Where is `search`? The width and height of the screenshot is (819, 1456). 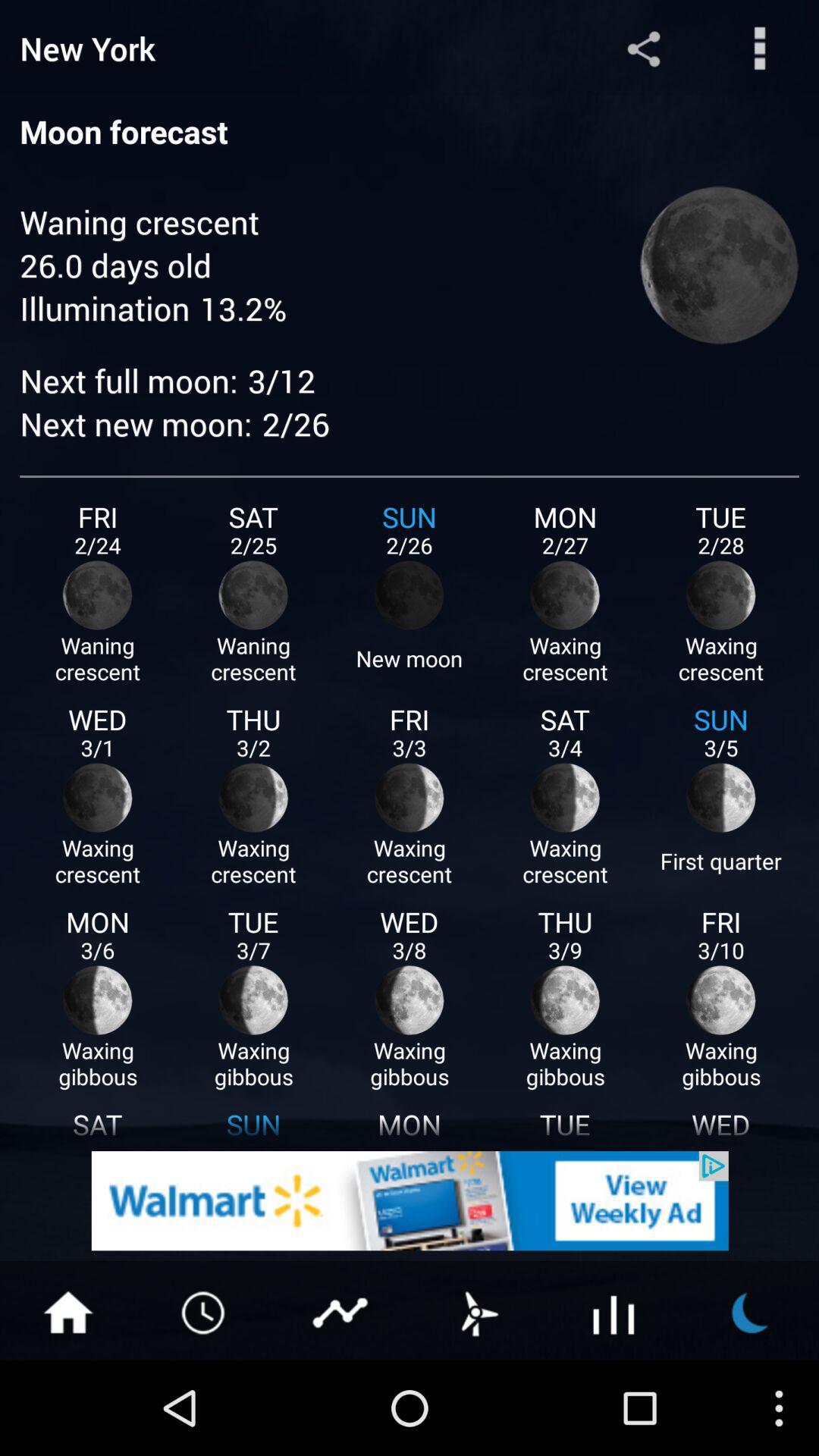
search is located at coordinates (760, 48).